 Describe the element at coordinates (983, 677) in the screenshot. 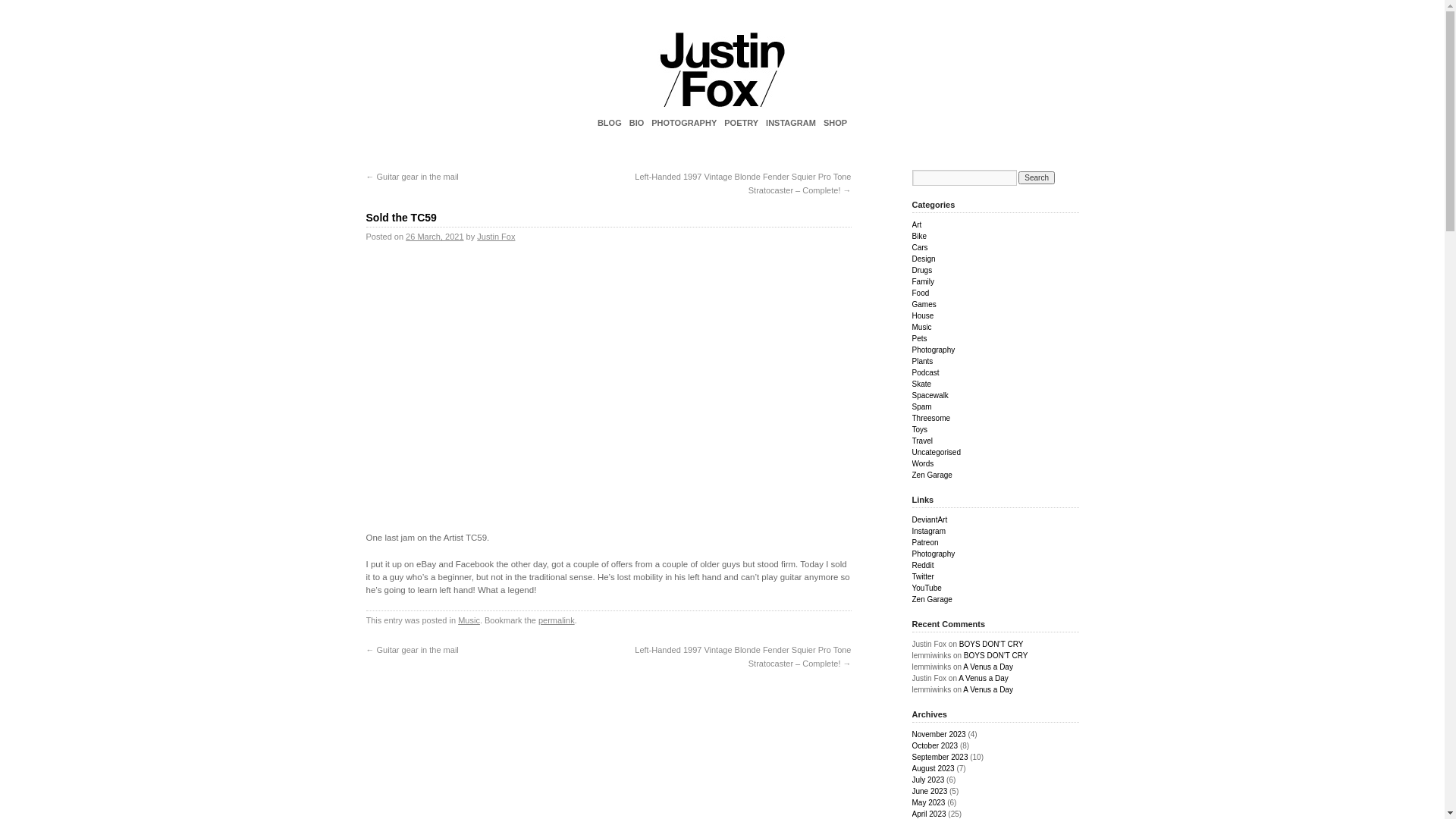

I see `'A Venus a Day'` at that location.